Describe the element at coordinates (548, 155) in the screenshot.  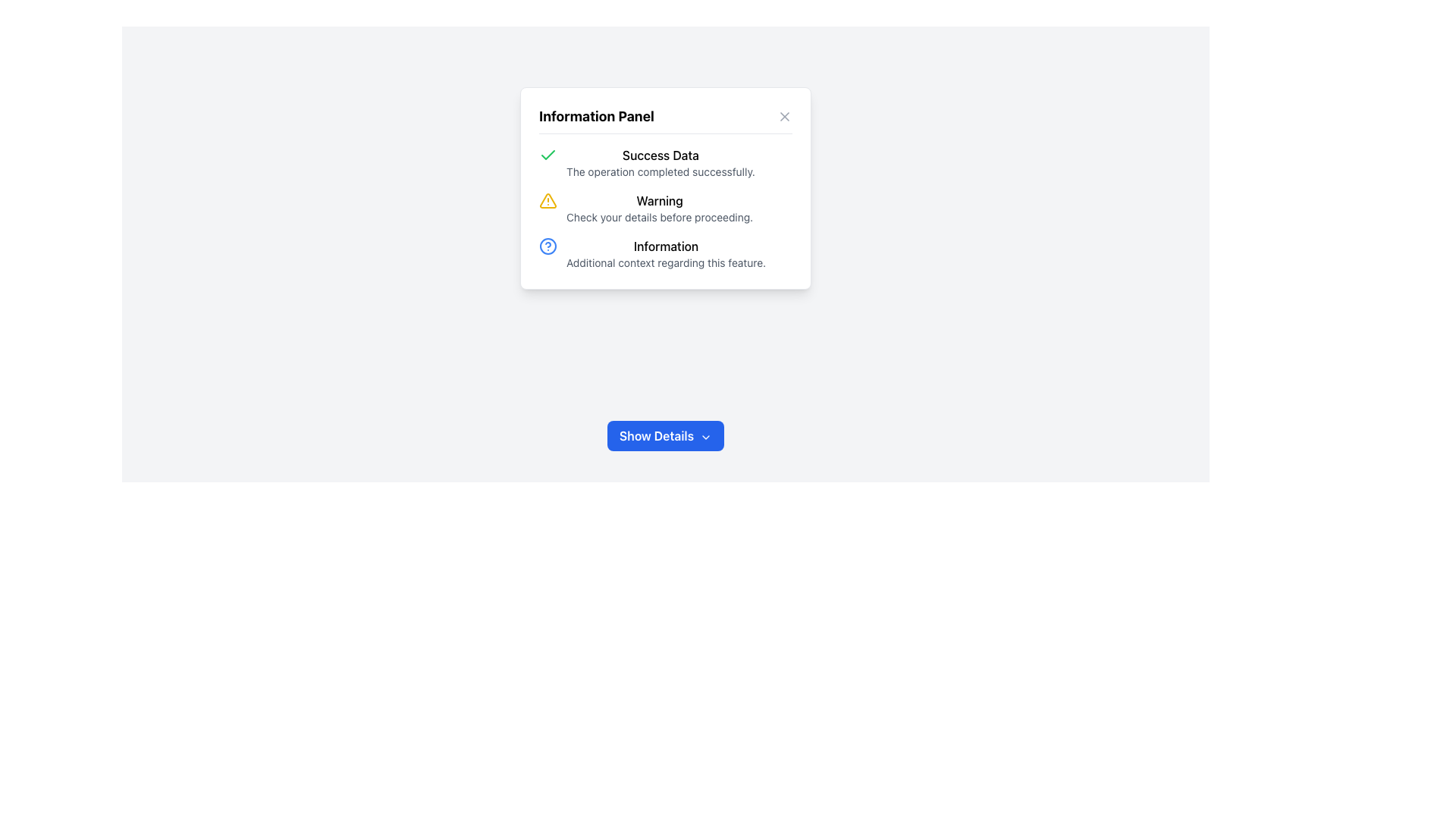
I see `the green checkmark icon located to the left of the 'Success Data' label in the 'Information Panel' dialog box` at that location.